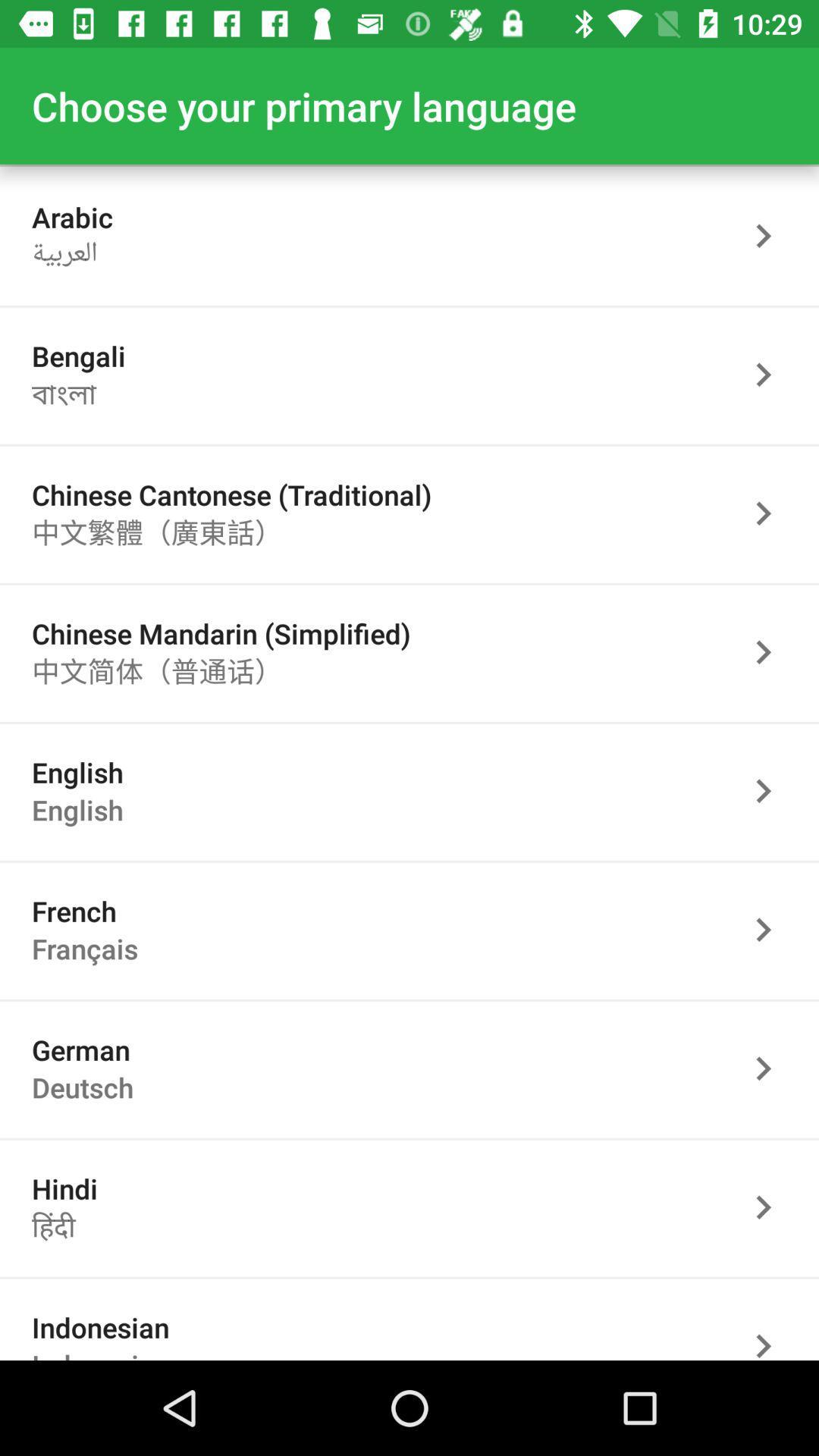  Describe the element at coordinates (771, 1068) in the screenshot. I see `go next page` at that location.